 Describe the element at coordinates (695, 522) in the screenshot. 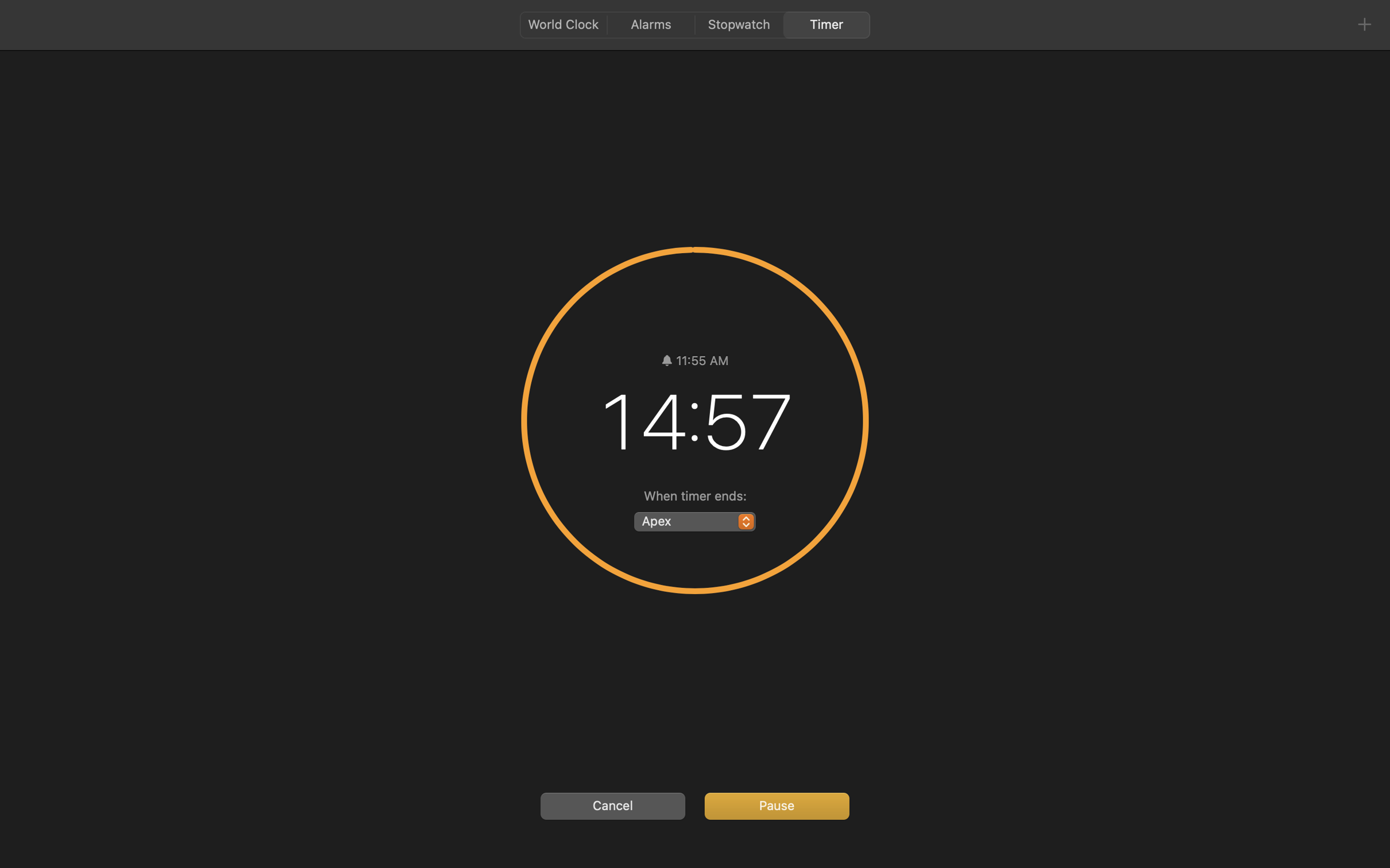

I see `'Apex'` at that location.